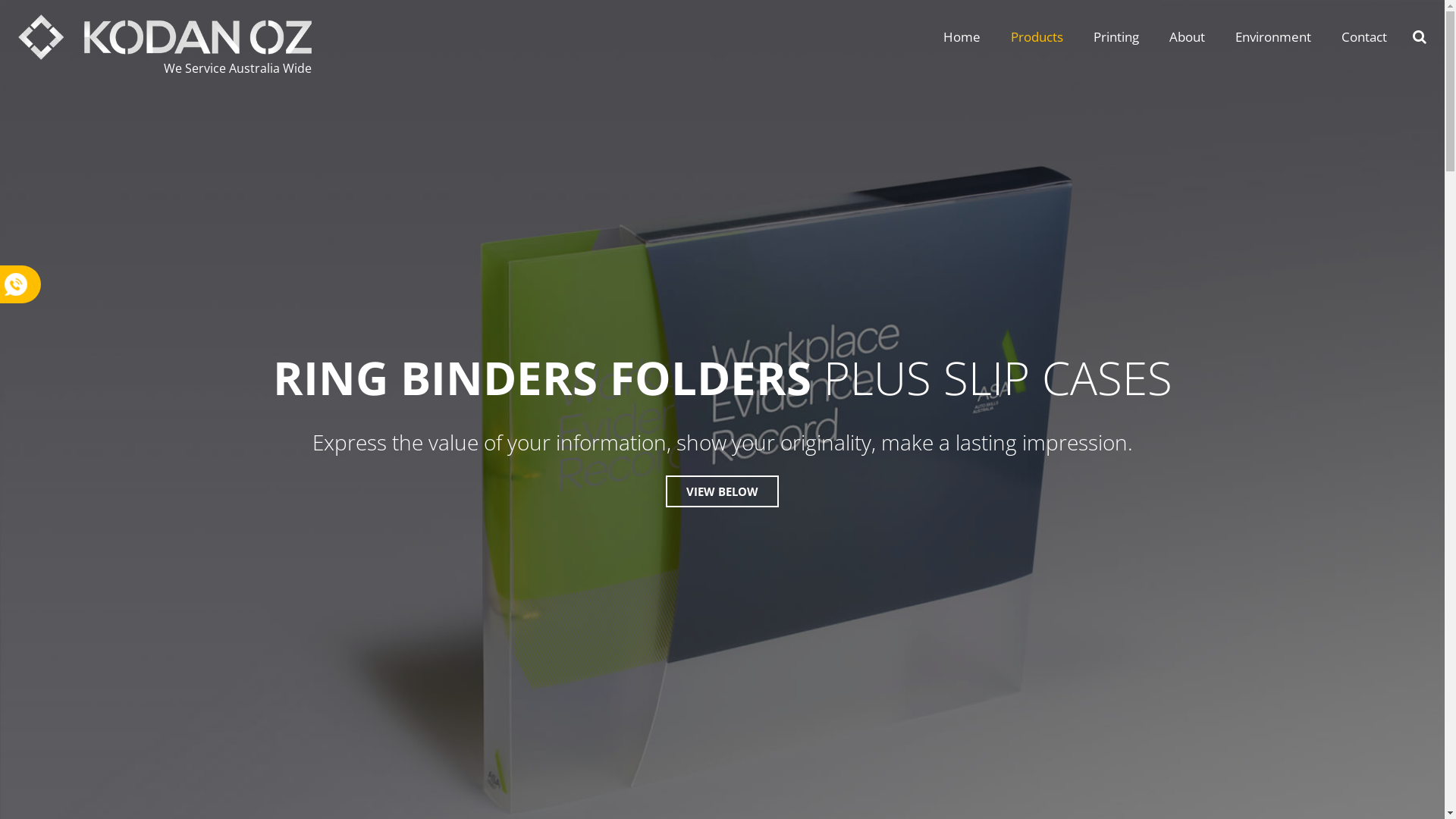  I want to click on 'Products', so click(996, 36).